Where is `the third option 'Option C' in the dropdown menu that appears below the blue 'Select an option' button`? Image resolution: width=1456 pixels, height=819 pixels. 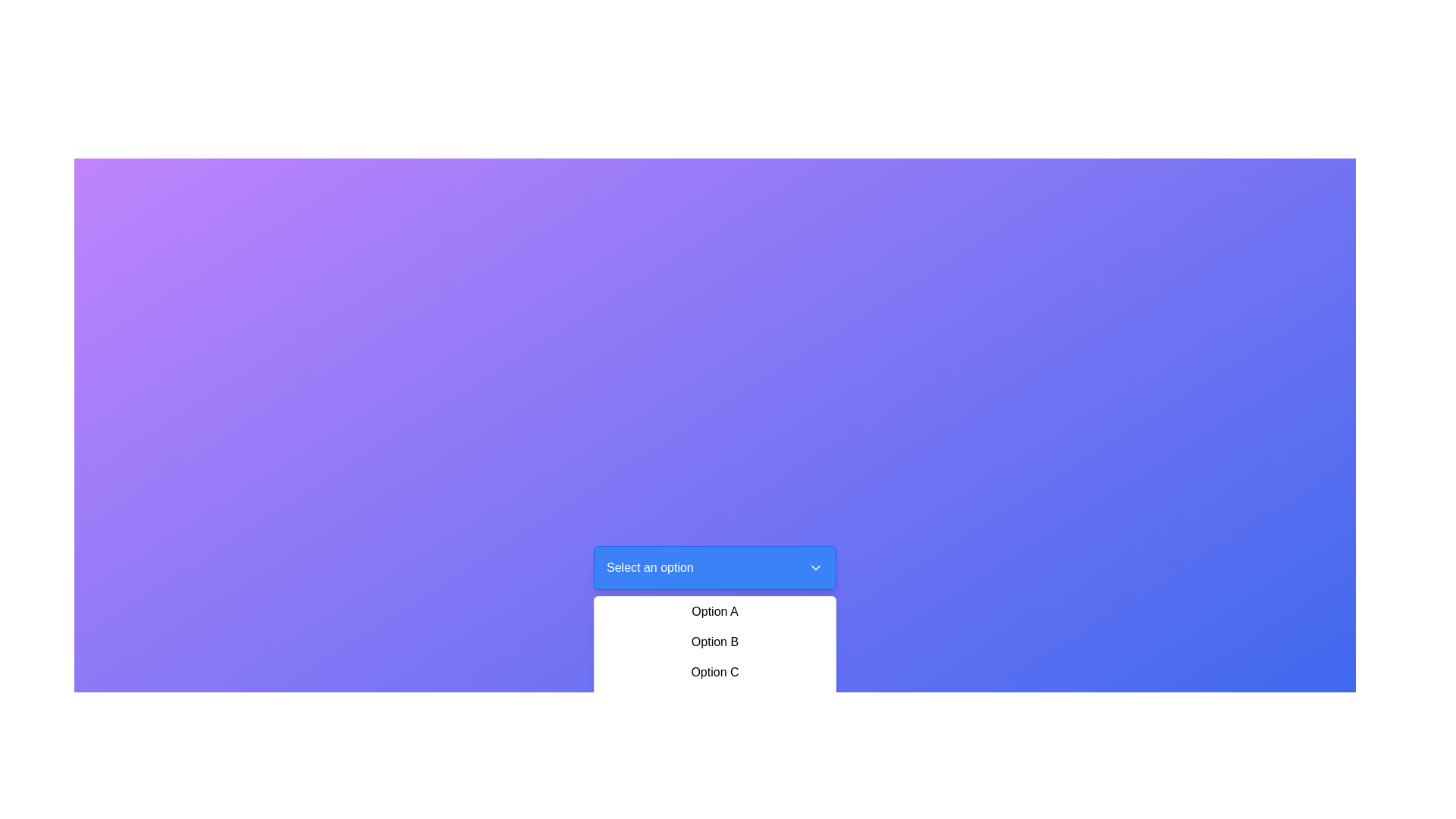
the third option 'Option C' in the dropdown menu that appears below the blue 'Select an option' button is located at coordinates (714, 657).